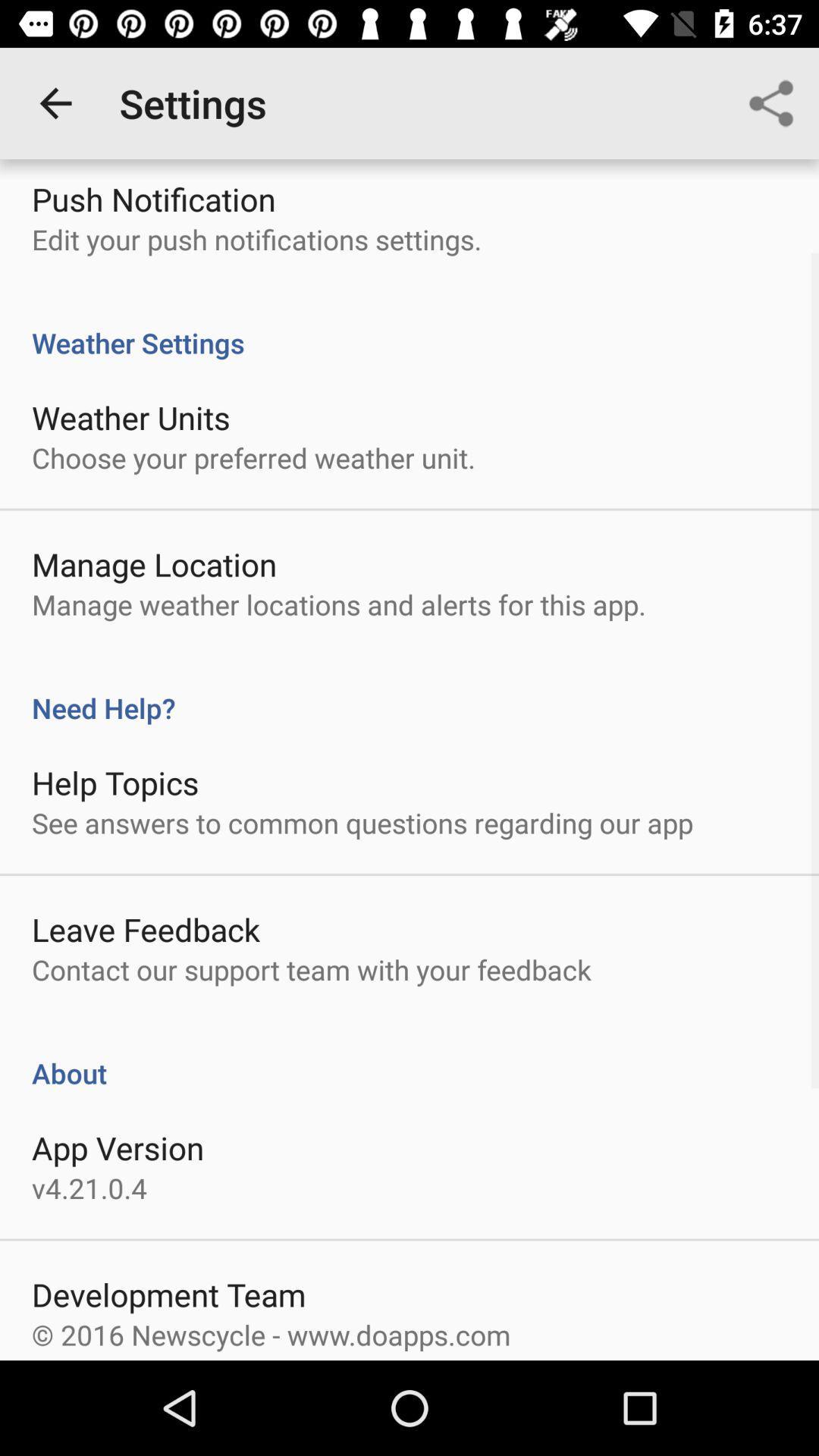 The height and width of the screenshot is (1456, 819). What do you see at coordinates (338, 604) in the screenshot?
I see `manage weather locations icon` at bounding box center [338, 604].